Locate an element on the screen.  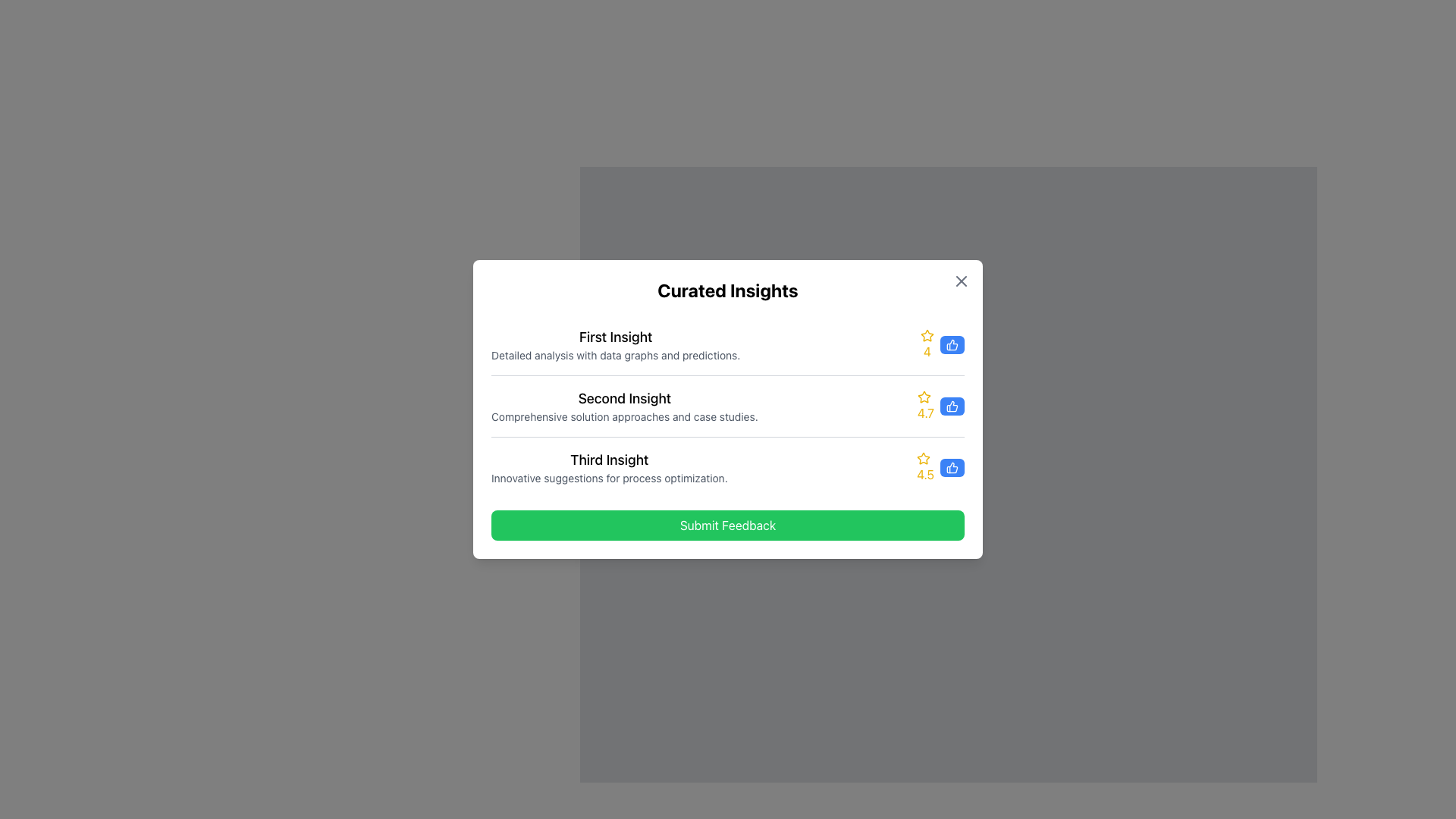
the third button in the vertical list to register a like for the corresponding item, located adjacent to the '4.5' text at the bottom right corner of the row is located at coordinates (952, 467).